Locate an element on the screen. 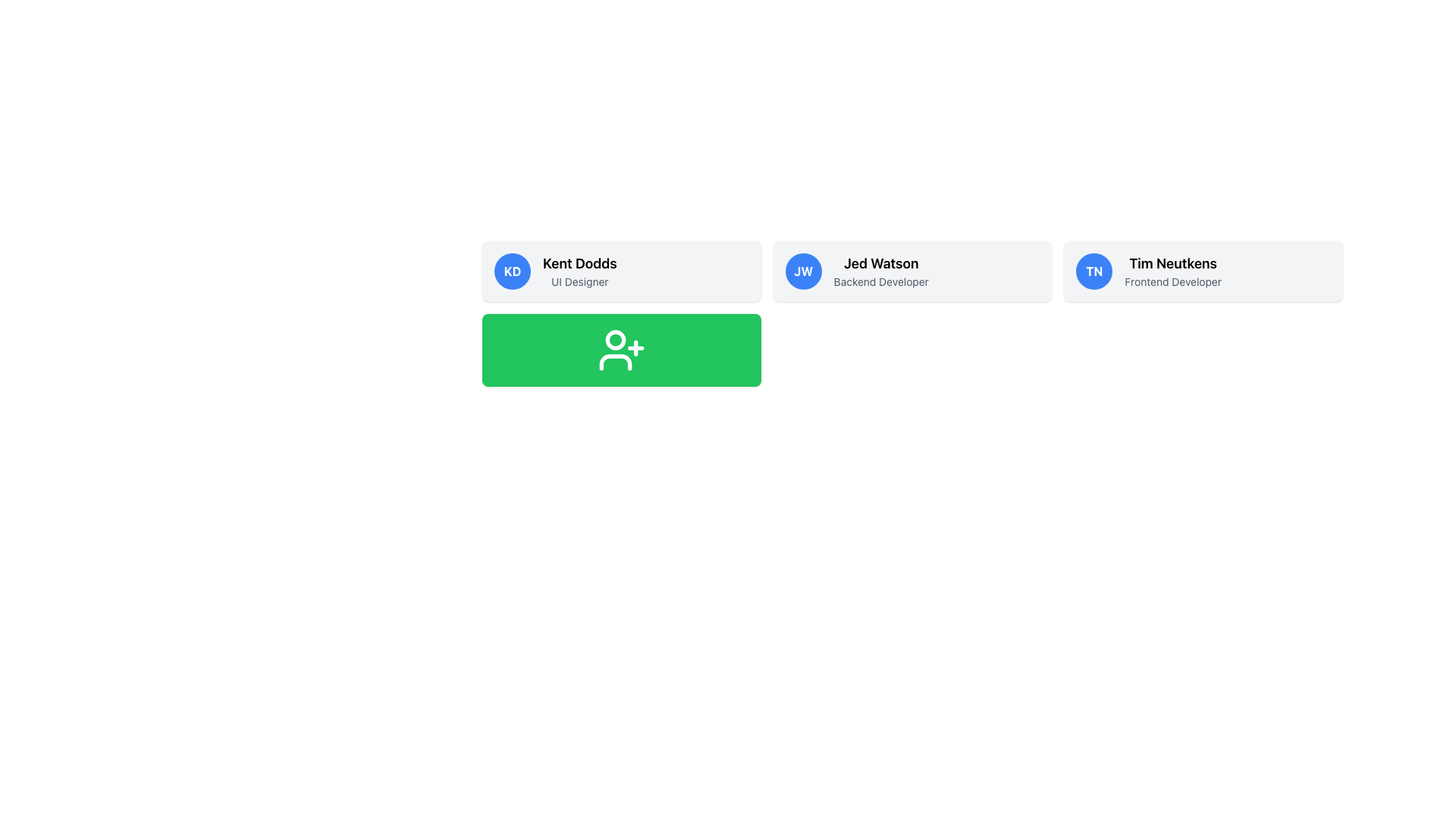 This screenshot has height=819, width=1456. the text label displaying 'Jed Watson' and 'Backend Developer', which is located in the second profile card of a horizontally arranged list is located at coordinates (881, 271).